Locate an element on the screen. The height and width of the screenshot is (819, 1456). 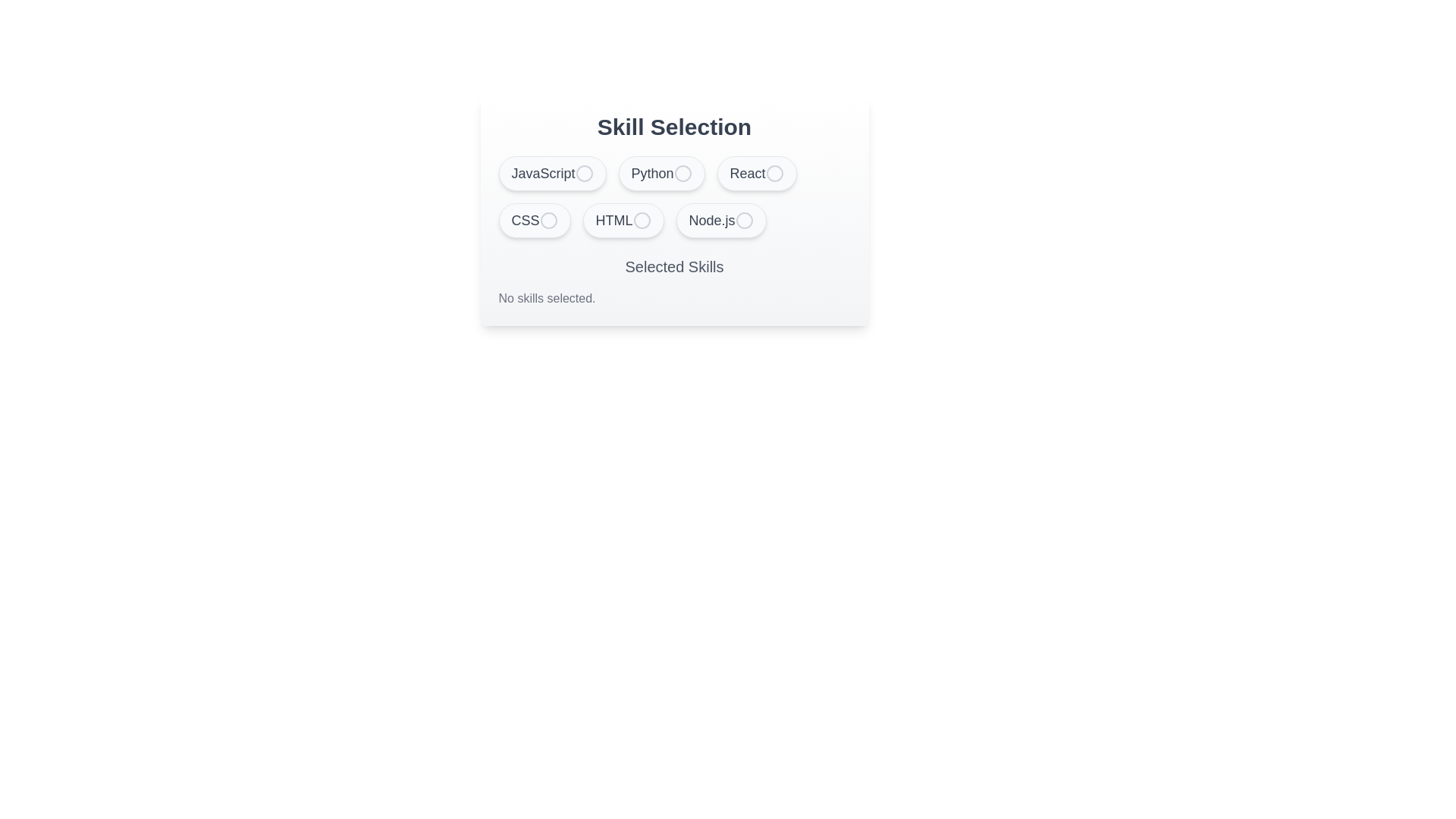
the 'CSS' text label located within the circular button in the second row of the skill selection grid is located at coordinates (525, 220).